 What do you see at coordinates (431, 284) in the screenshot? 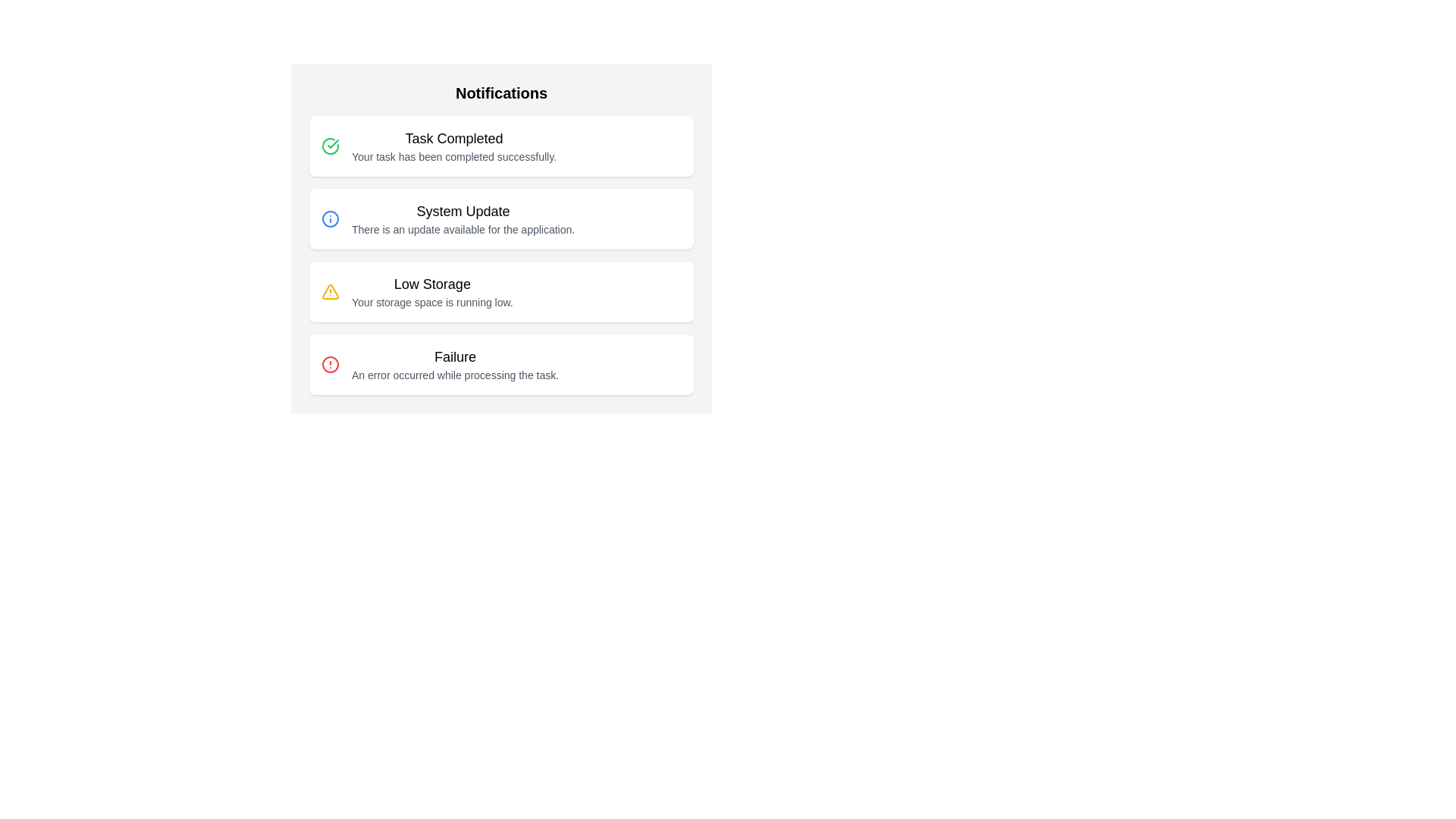
I see `the 'Low Storage' heading in the third notification card, which is displayed in a larger and bolder font at the top of the card, indicating a warning about storage space` at bounding box center [431, 284].